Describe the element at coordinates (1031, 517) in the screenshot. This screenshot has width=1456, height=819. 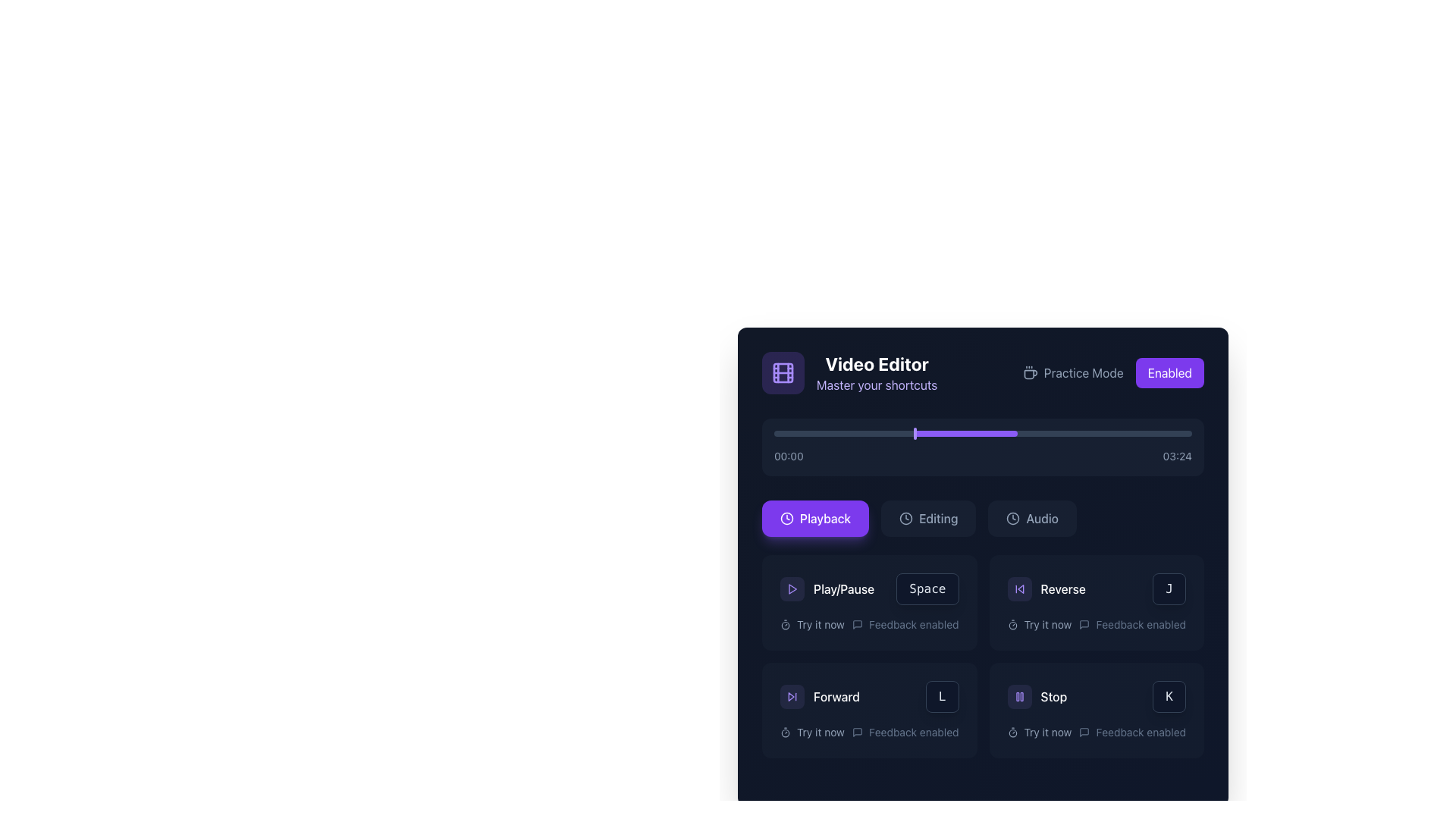
I see `the audio management button, which is the third button in a horizontal set` at that location.